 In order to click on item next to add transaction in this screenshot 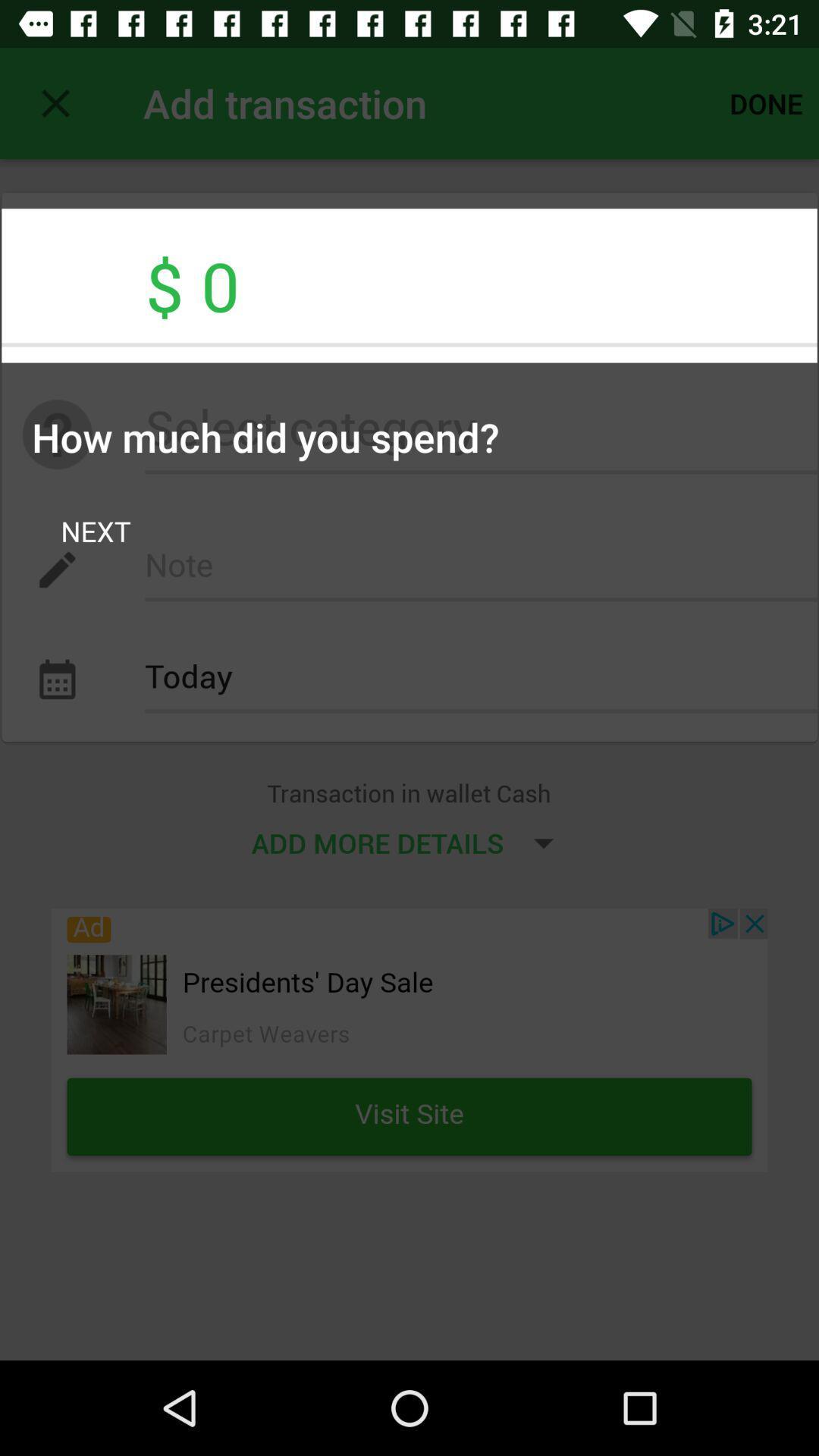, I will do `click(55, 102)`.